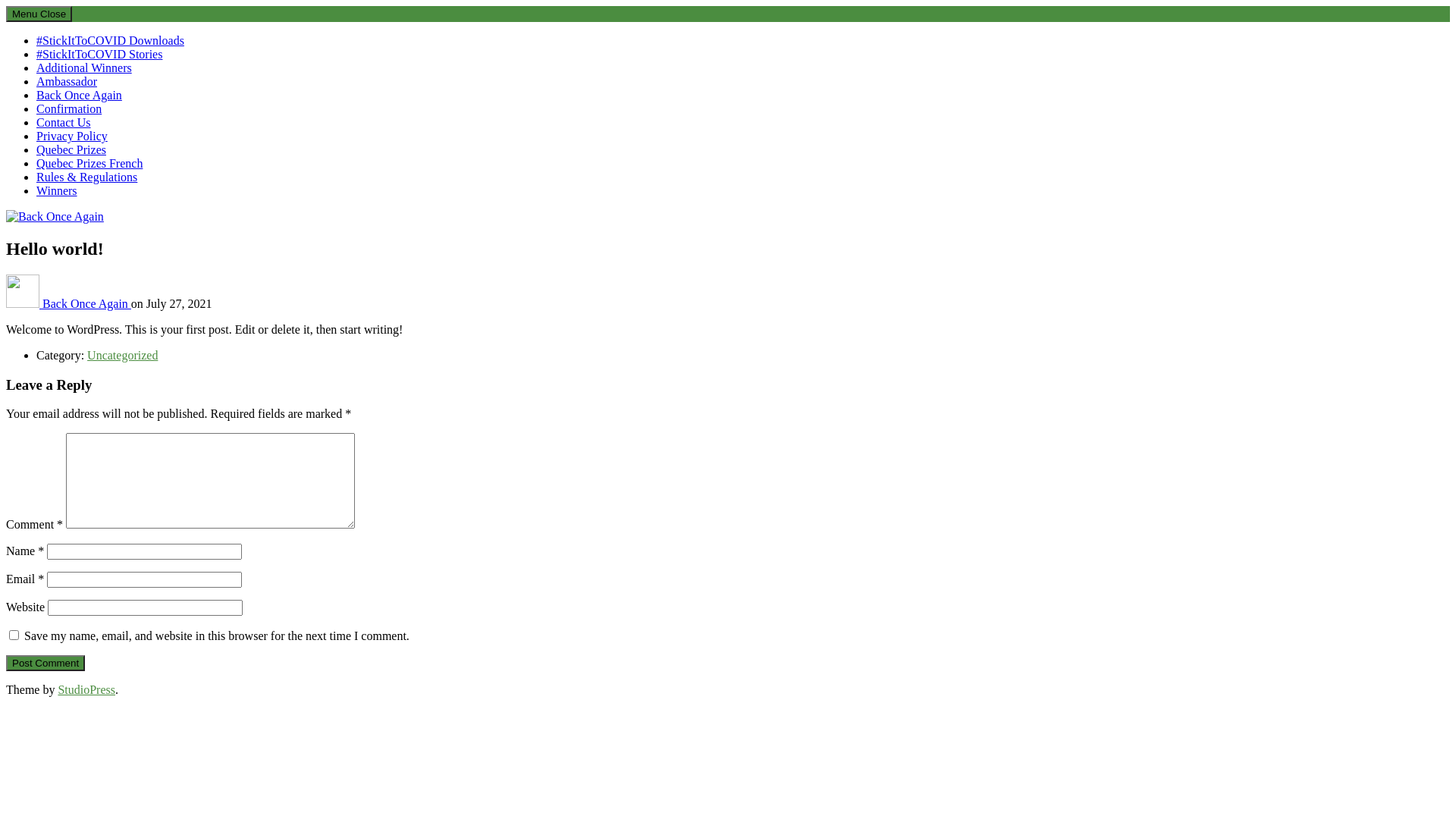 This screenshot has height=819, width=1456. I want to click on 'Contact Us', so click(62, 121).